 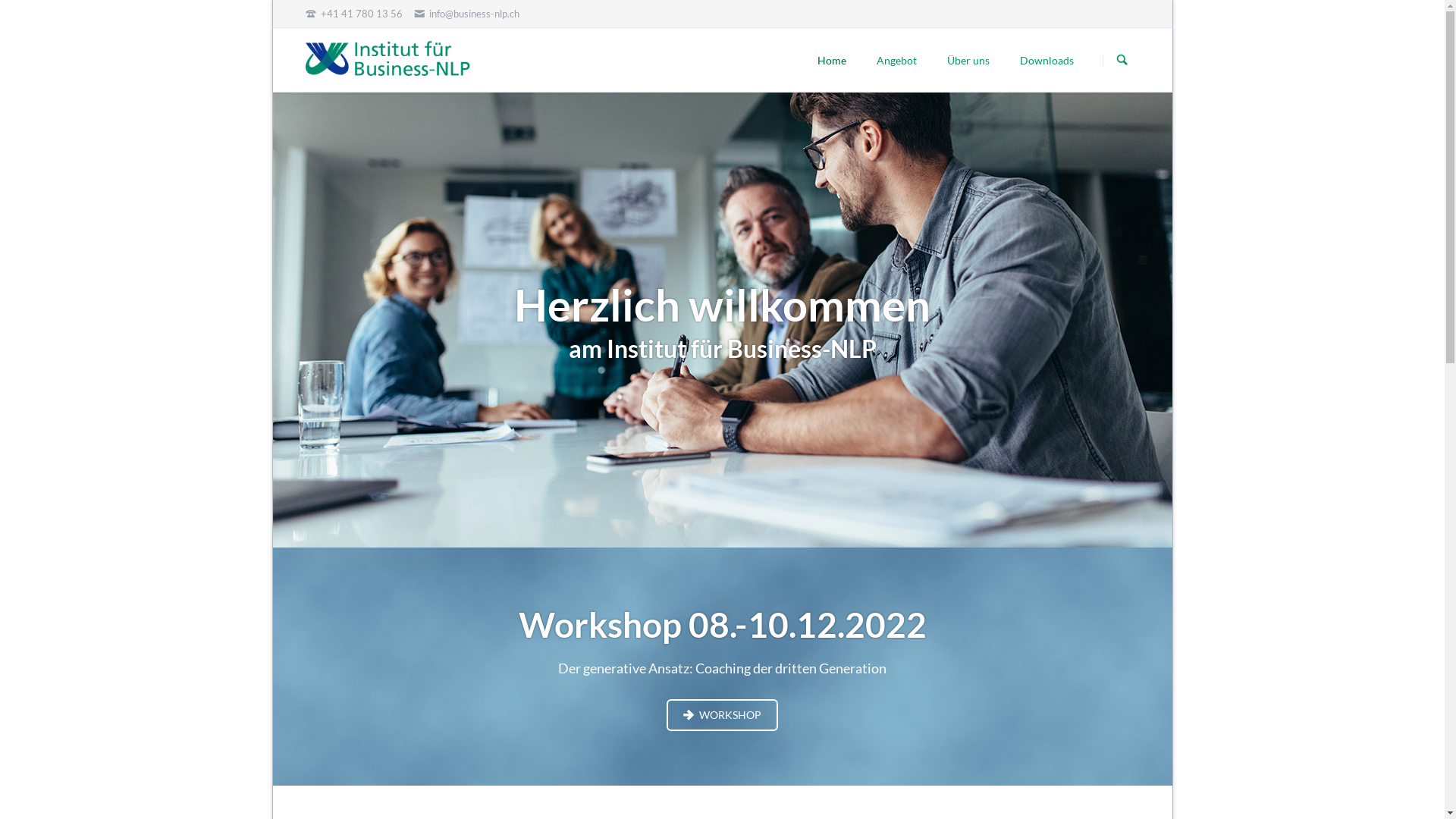 I want to click on 'SUCHEN', so click(x=1122, y=60).